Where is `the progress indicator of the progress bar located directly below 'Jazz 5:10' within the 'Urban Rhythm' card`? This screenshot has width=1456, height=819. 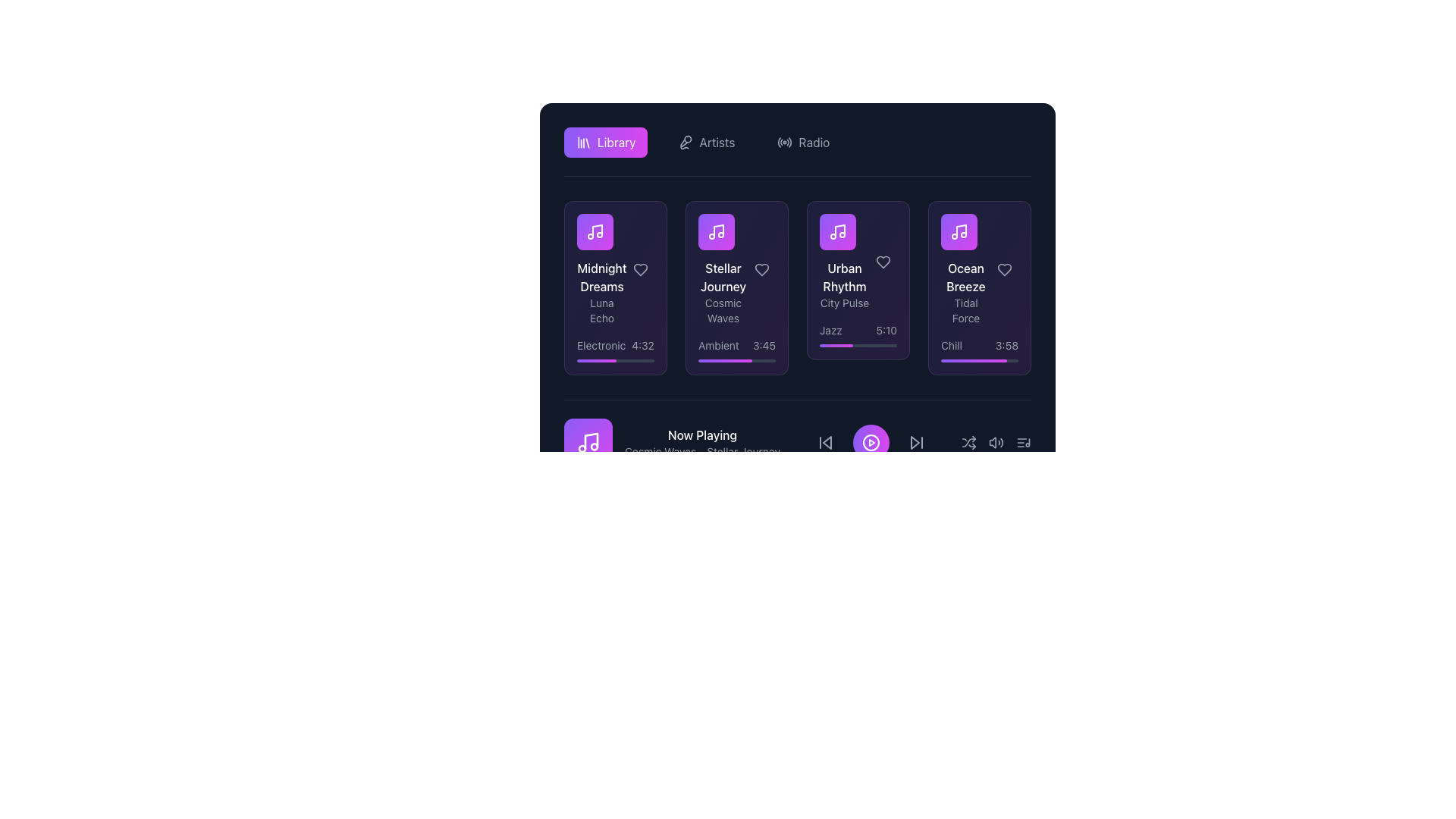
the progress indicator of the progress bar located directly below 'Jazz 5:10' within the 'Urban Rhythm' card is located at coordinates (858, 345).